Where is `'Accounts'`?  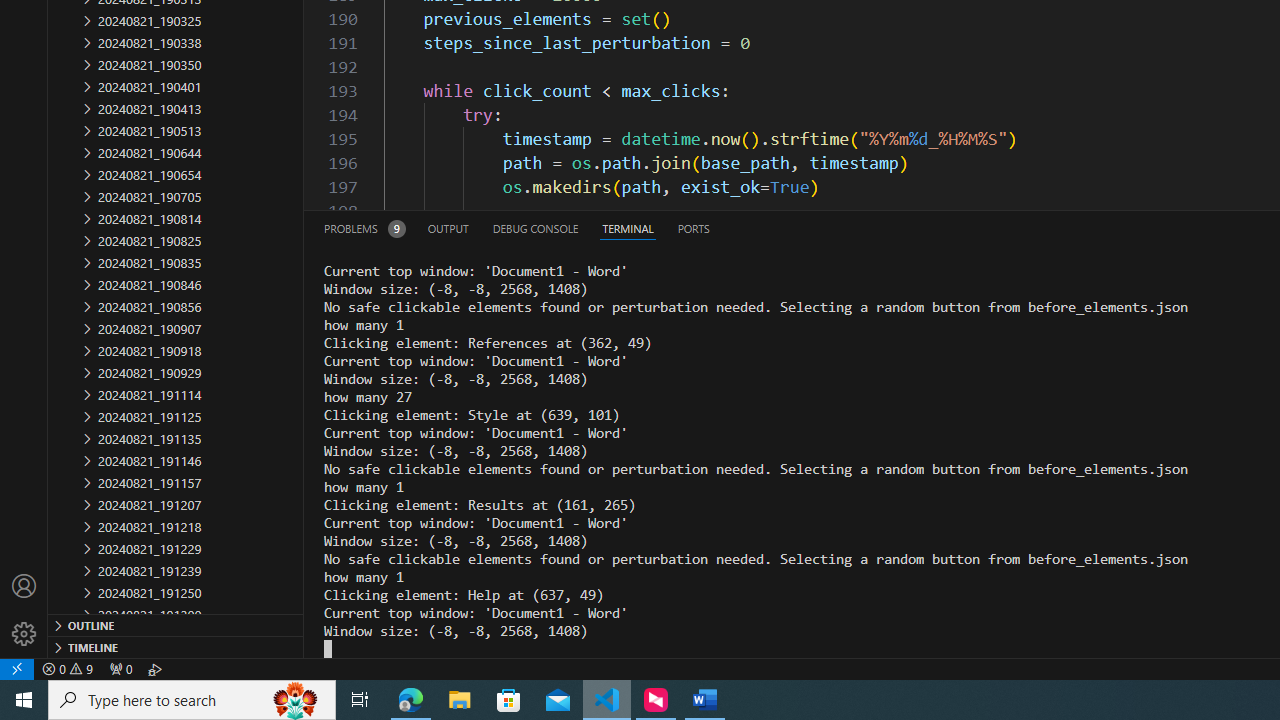
'Accounts' is located at coordinates (24, 585).